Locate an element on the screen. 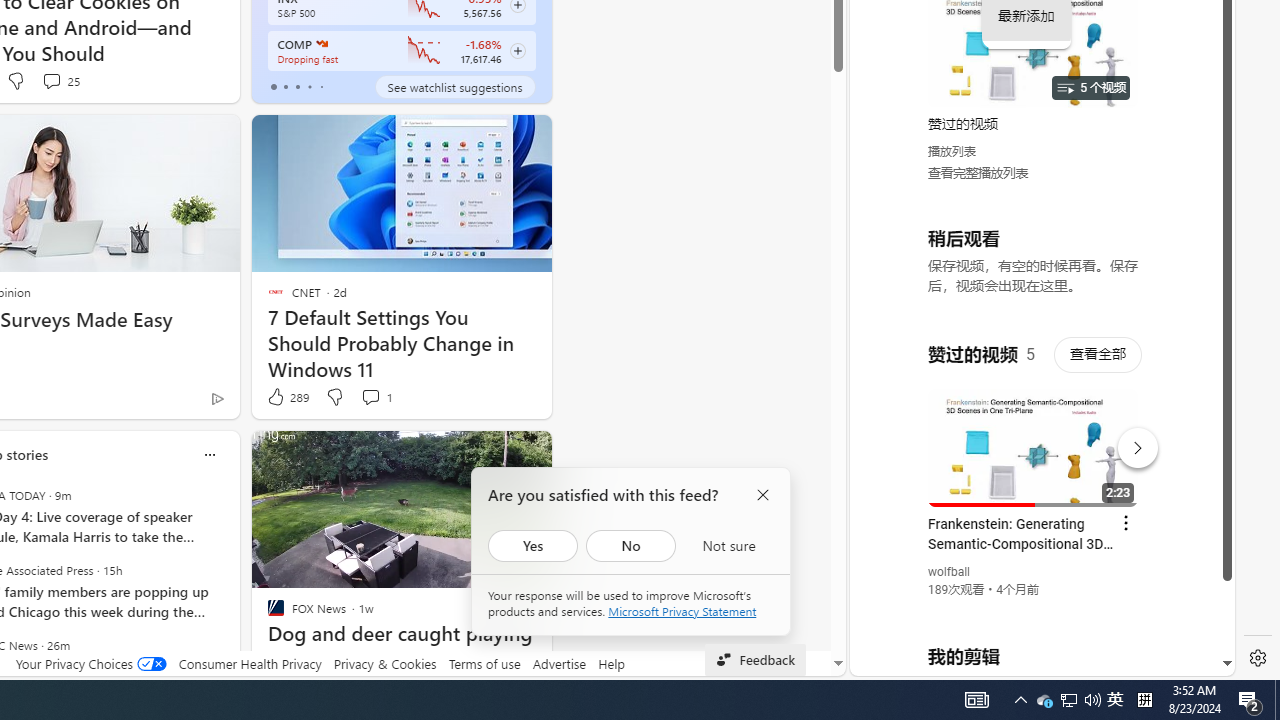  'View comments 25 Comment' is located at coordinates (51, 80).